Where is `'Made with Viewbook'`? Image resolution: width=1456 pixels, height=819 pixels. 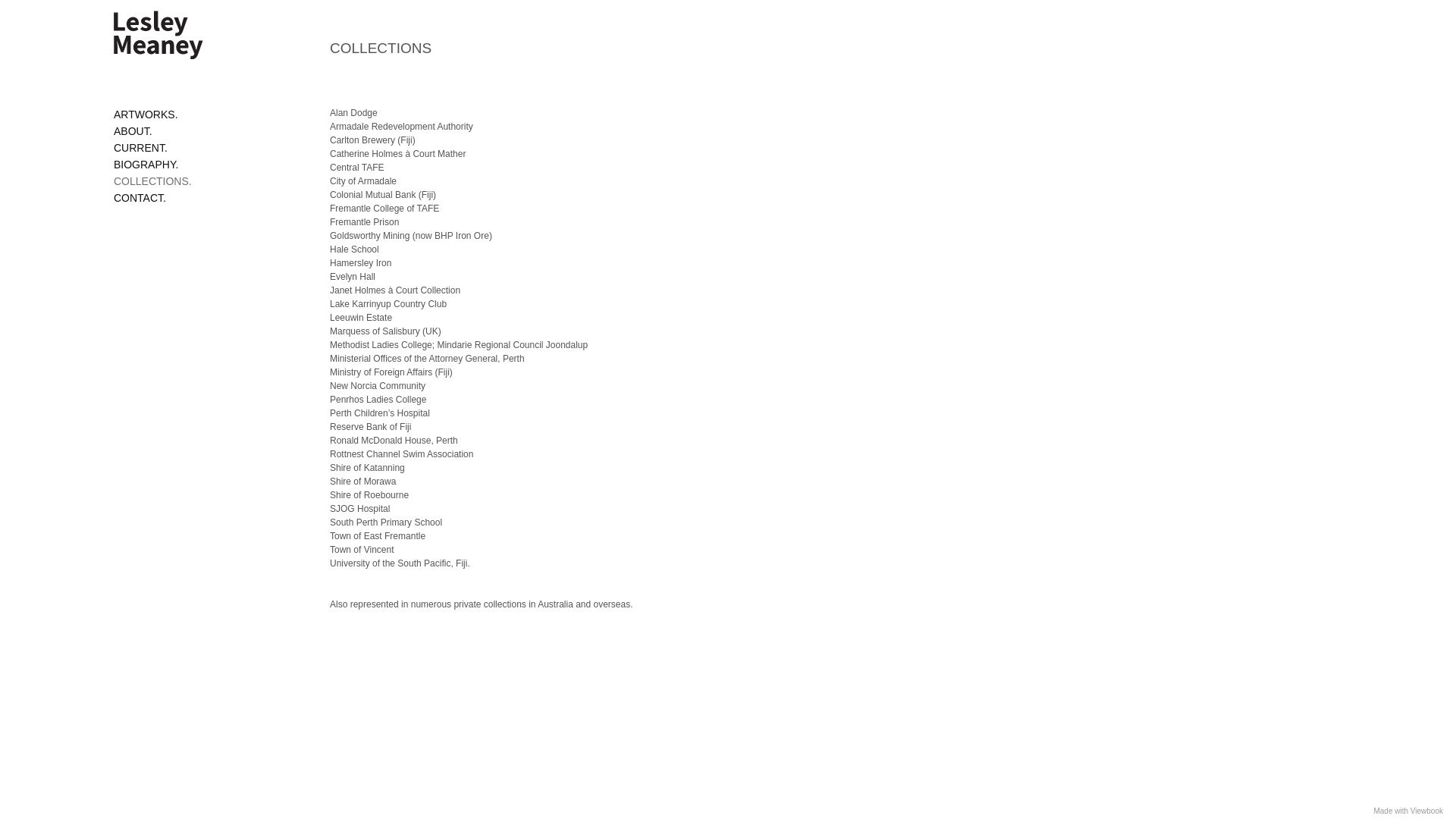
'Made with Viewbook' is located at coordinates (1407, 810).